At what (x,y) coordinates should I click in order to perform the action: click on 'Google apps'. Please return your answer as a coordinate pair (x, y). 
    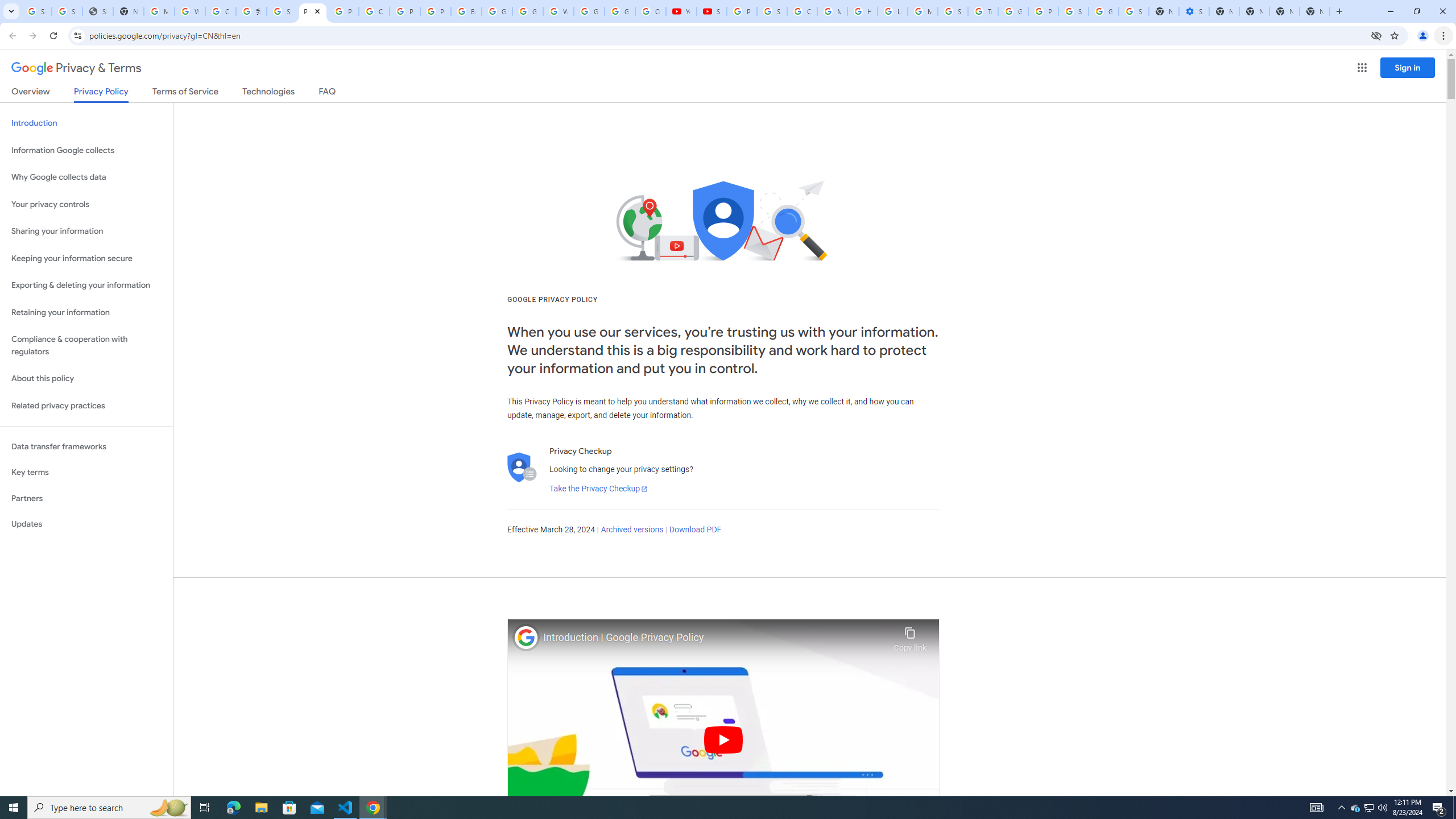
    Looking at the image, I should click on (1361, 67).